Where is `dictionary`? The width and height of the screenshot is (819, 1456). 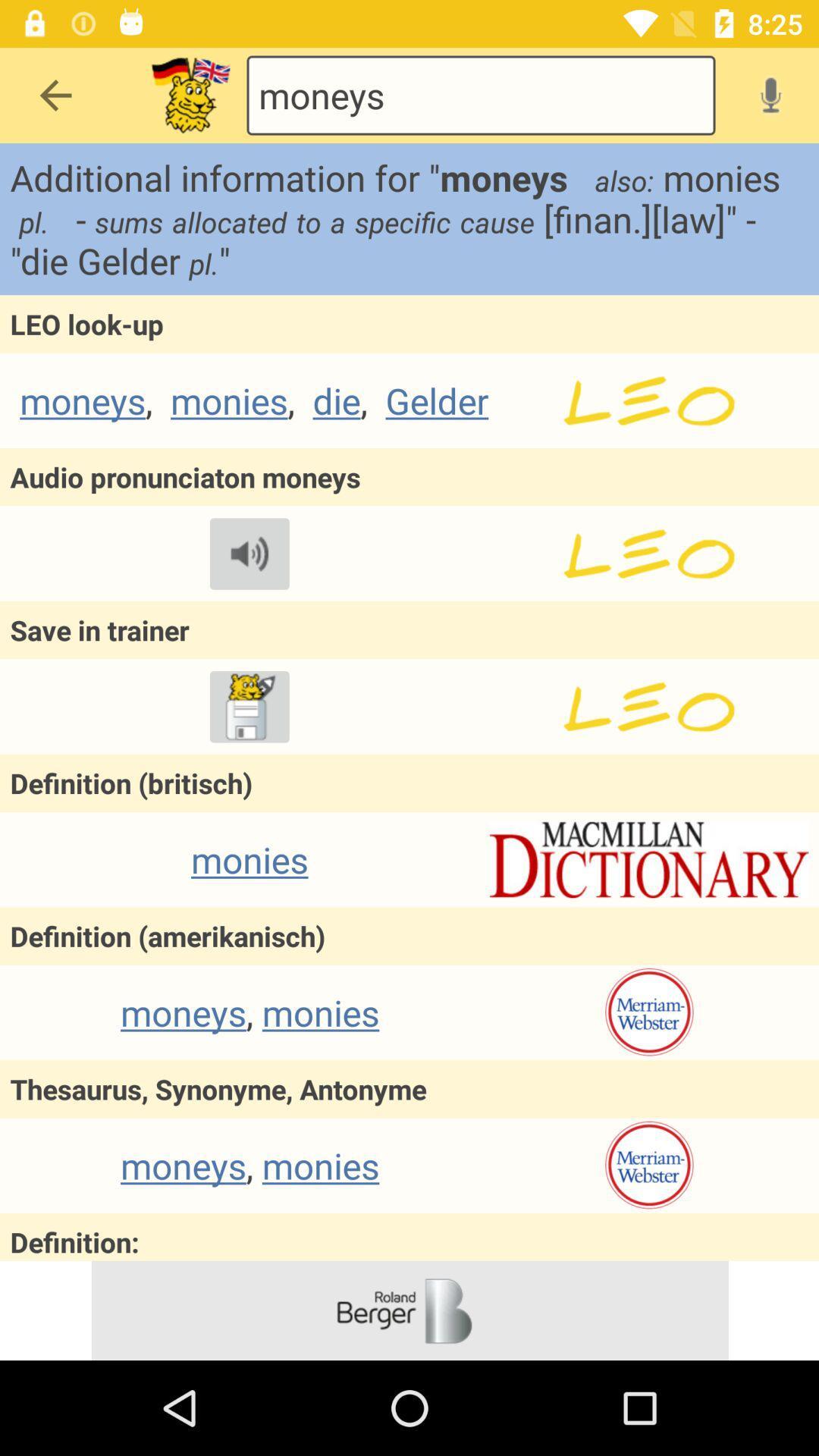
dictionary is located at coordinates (648, 1165).